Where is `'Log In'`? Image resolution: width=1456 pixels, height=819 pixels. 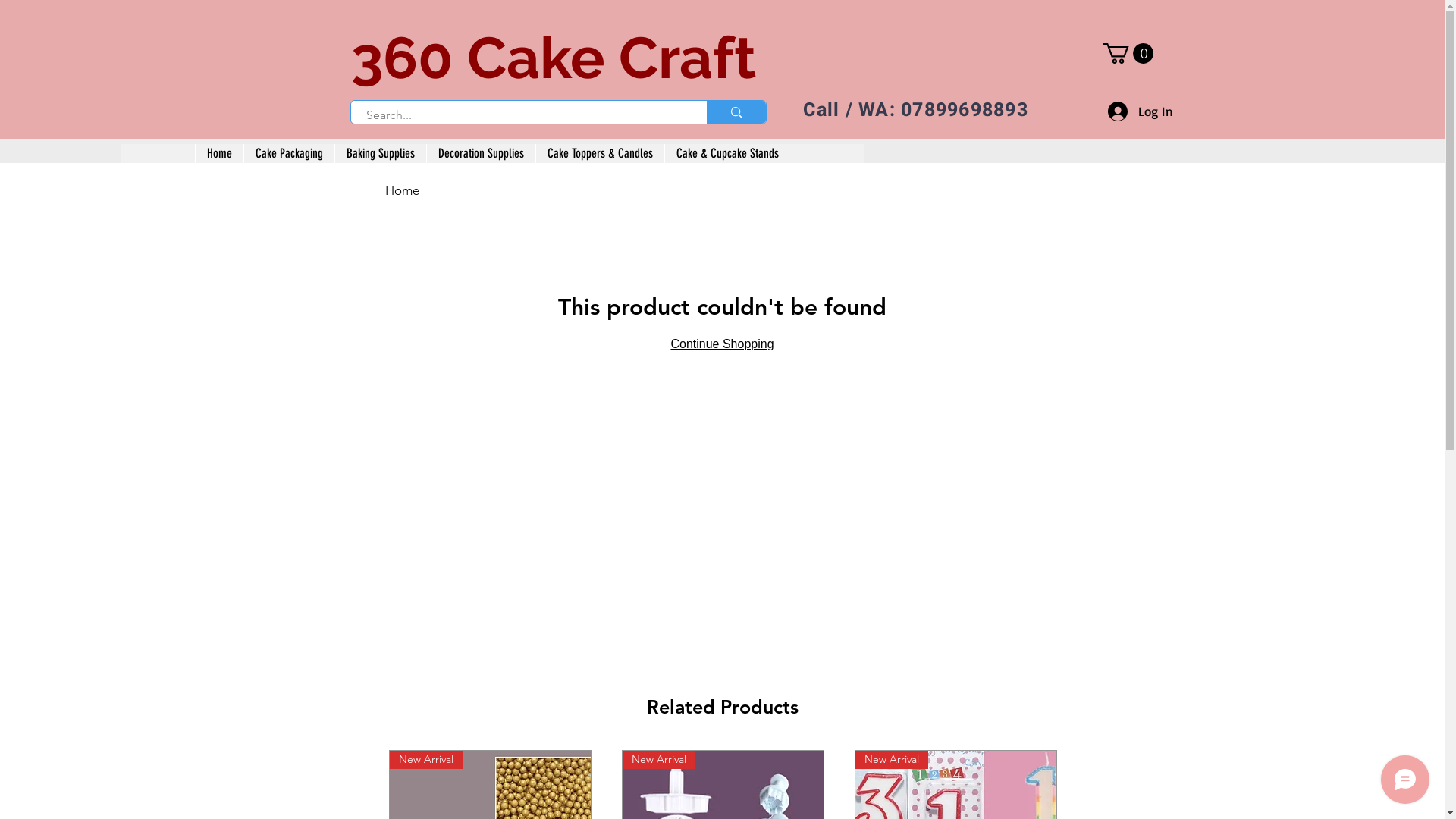 'Log In' is located at coordinates (1139, 110).